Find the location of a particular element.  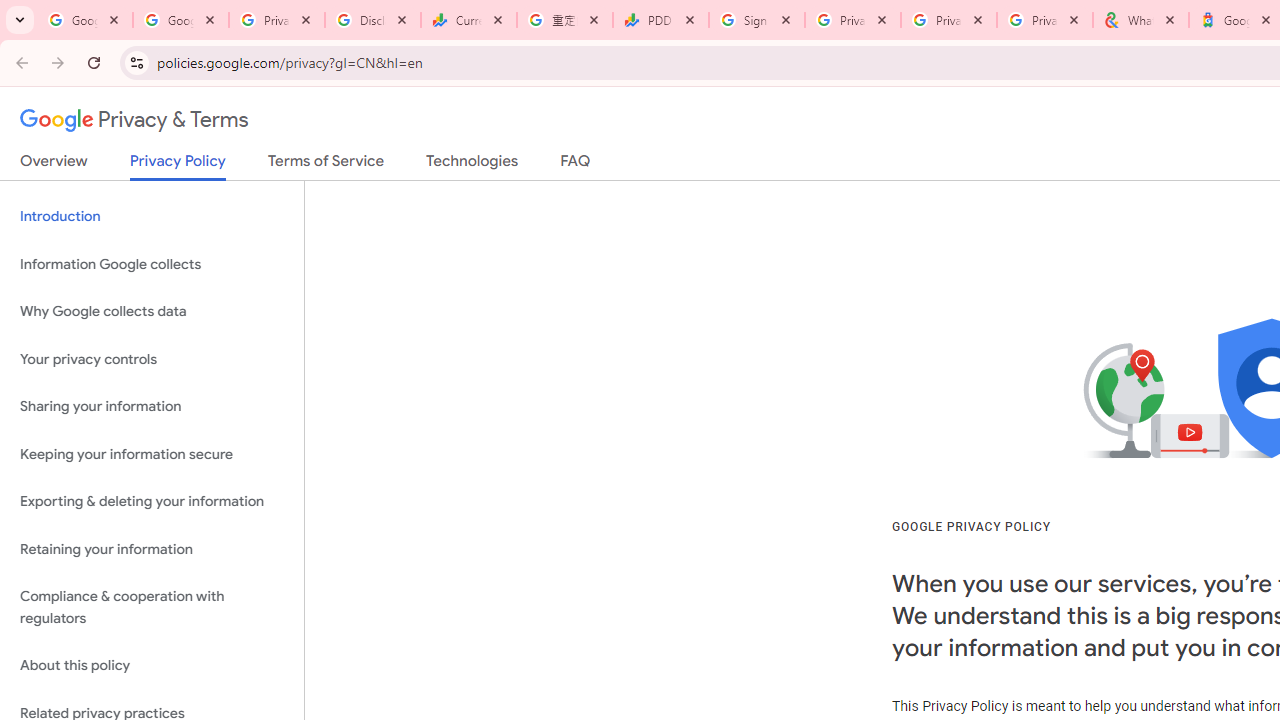

'PDD Holdings Inc - ADR (PDD) Price & News - Google Finance' is located at coordinates (661, 20).